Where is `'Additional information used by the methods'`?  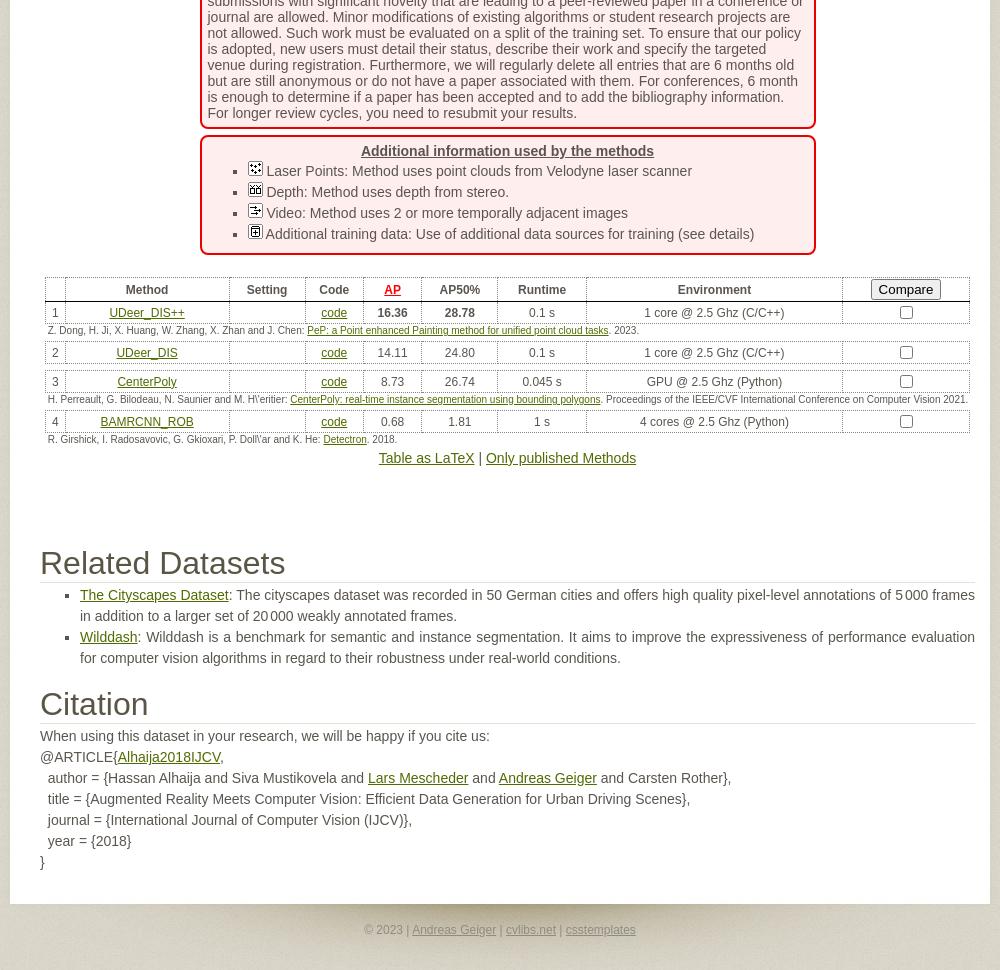 'Additional information used by the methods' is located at coordinates (507, 150).